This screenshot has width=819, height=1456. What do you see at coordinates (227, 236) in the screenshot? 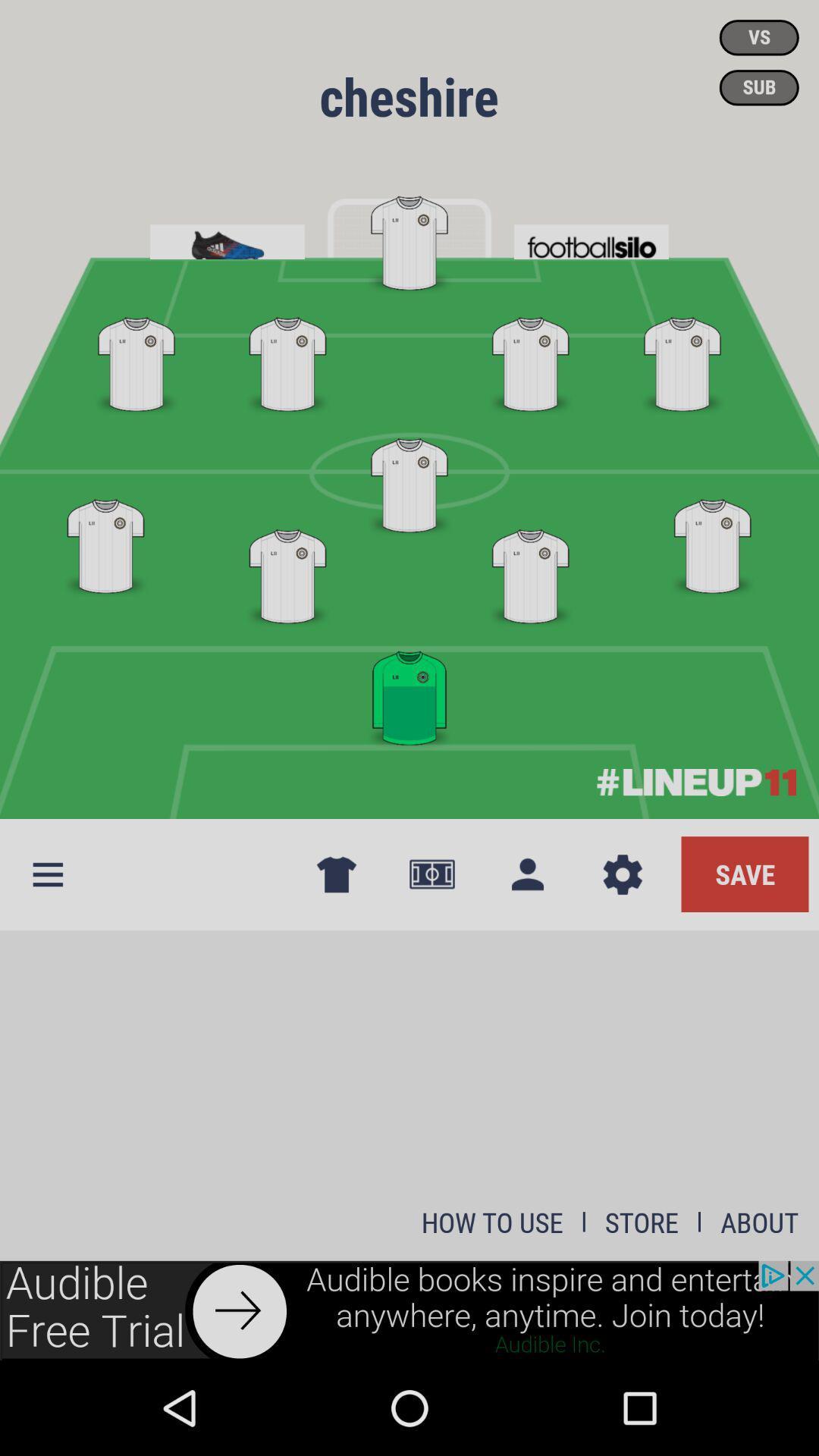
I see `shoe icon on the top left` at bounding box center [227, 236].